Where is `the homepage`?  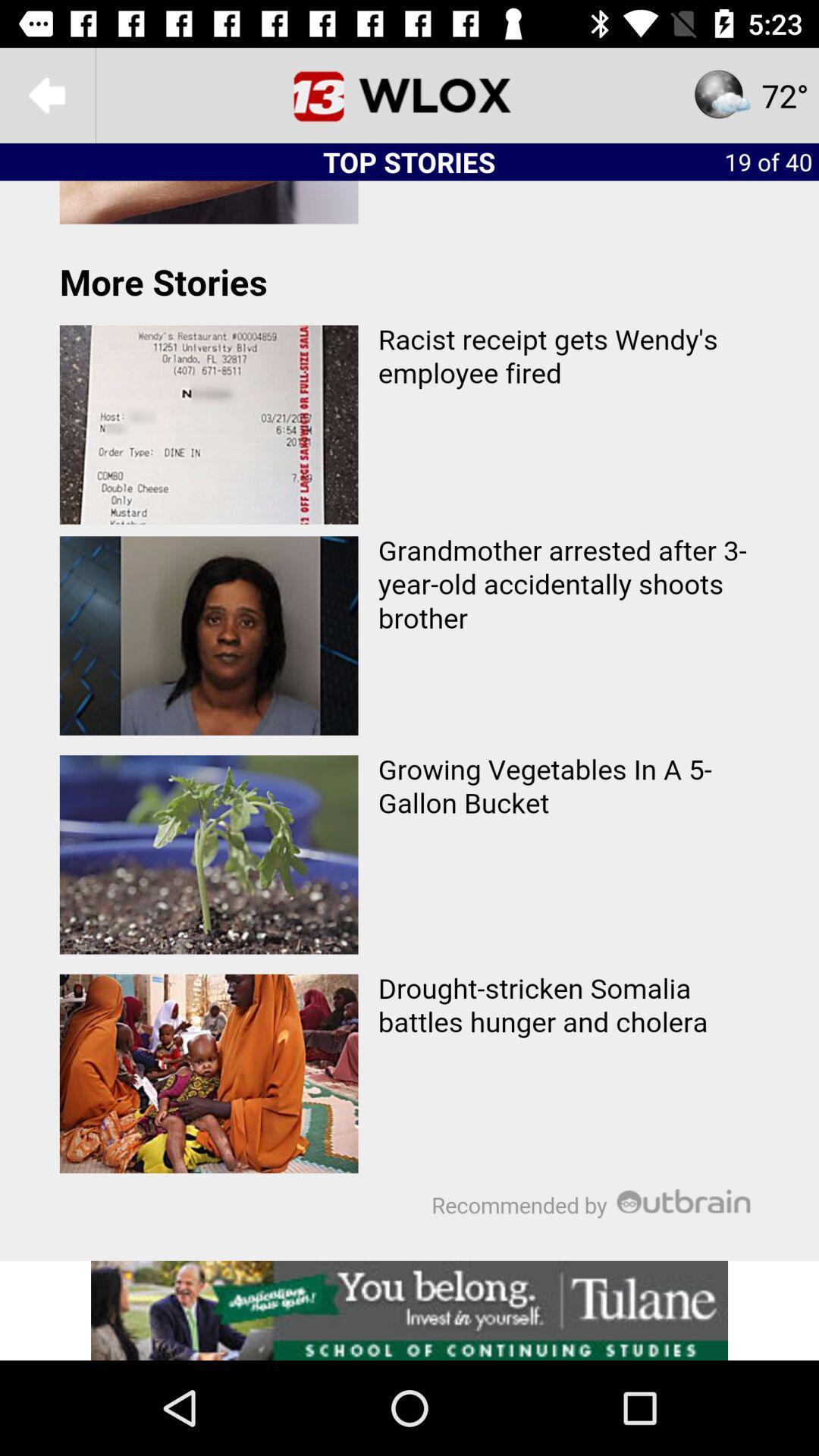
the homepage is located at coordinates (409, 94).